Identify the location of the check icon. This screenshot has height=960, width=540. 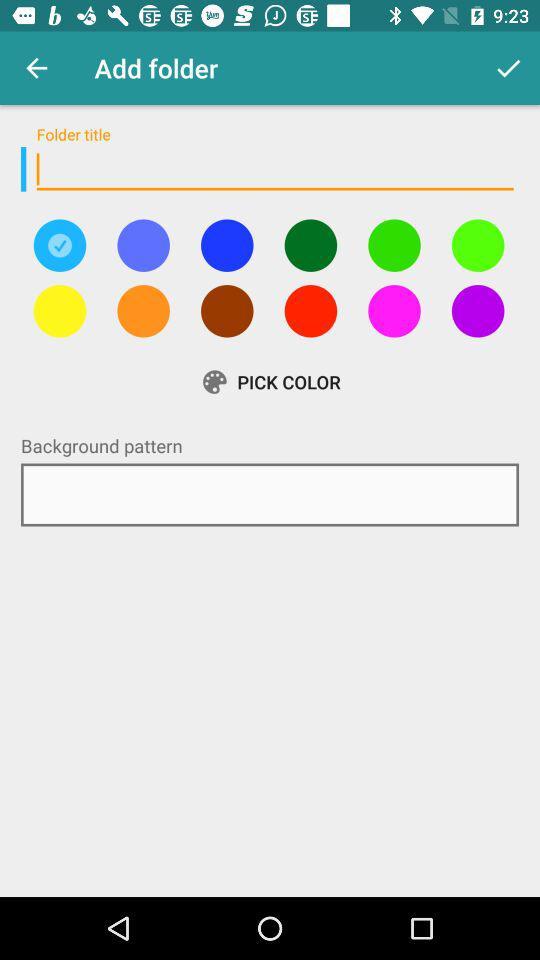
(59, 244).